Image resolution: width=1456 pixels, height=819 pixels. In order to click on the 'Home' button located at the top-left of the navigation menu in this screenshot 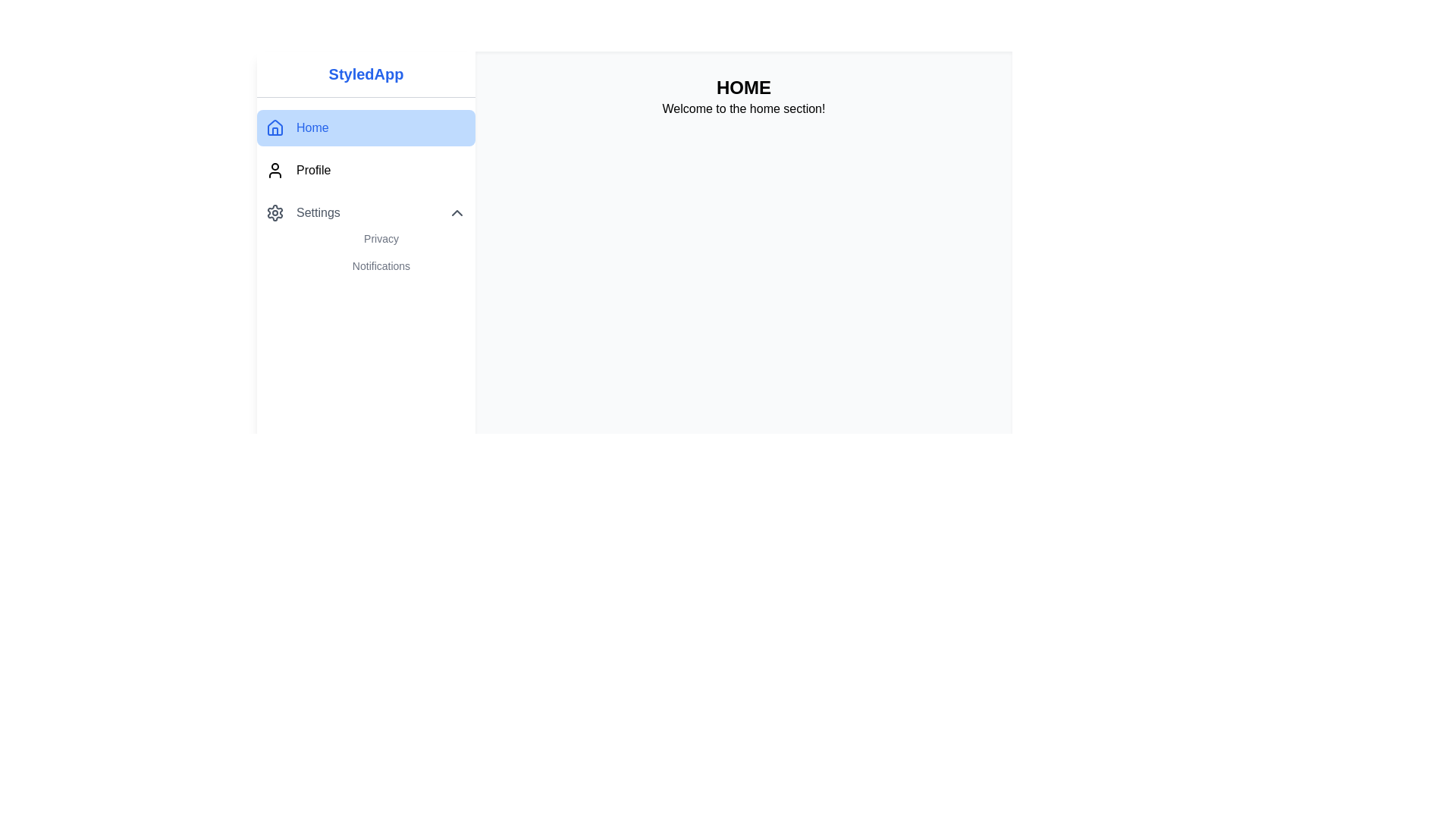, I will do `click(366, 127)`.